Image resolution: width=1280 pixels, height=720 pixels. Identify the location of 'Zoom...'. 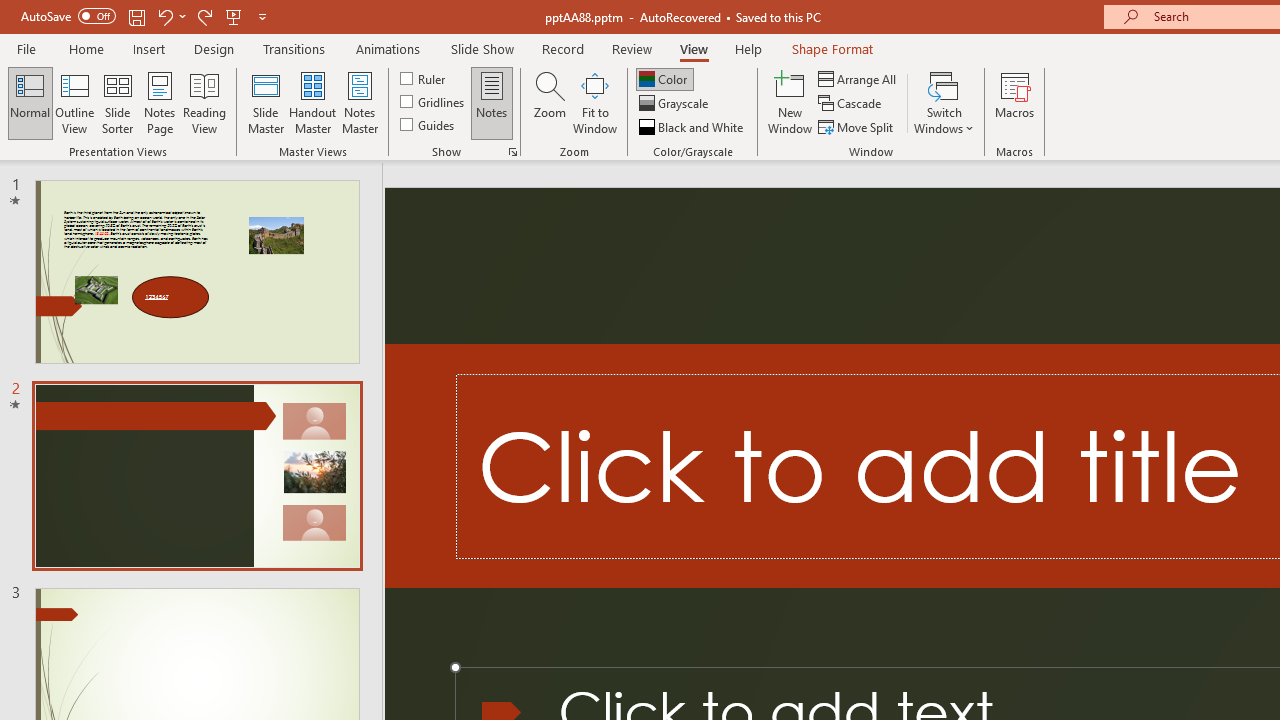
(549, 103).